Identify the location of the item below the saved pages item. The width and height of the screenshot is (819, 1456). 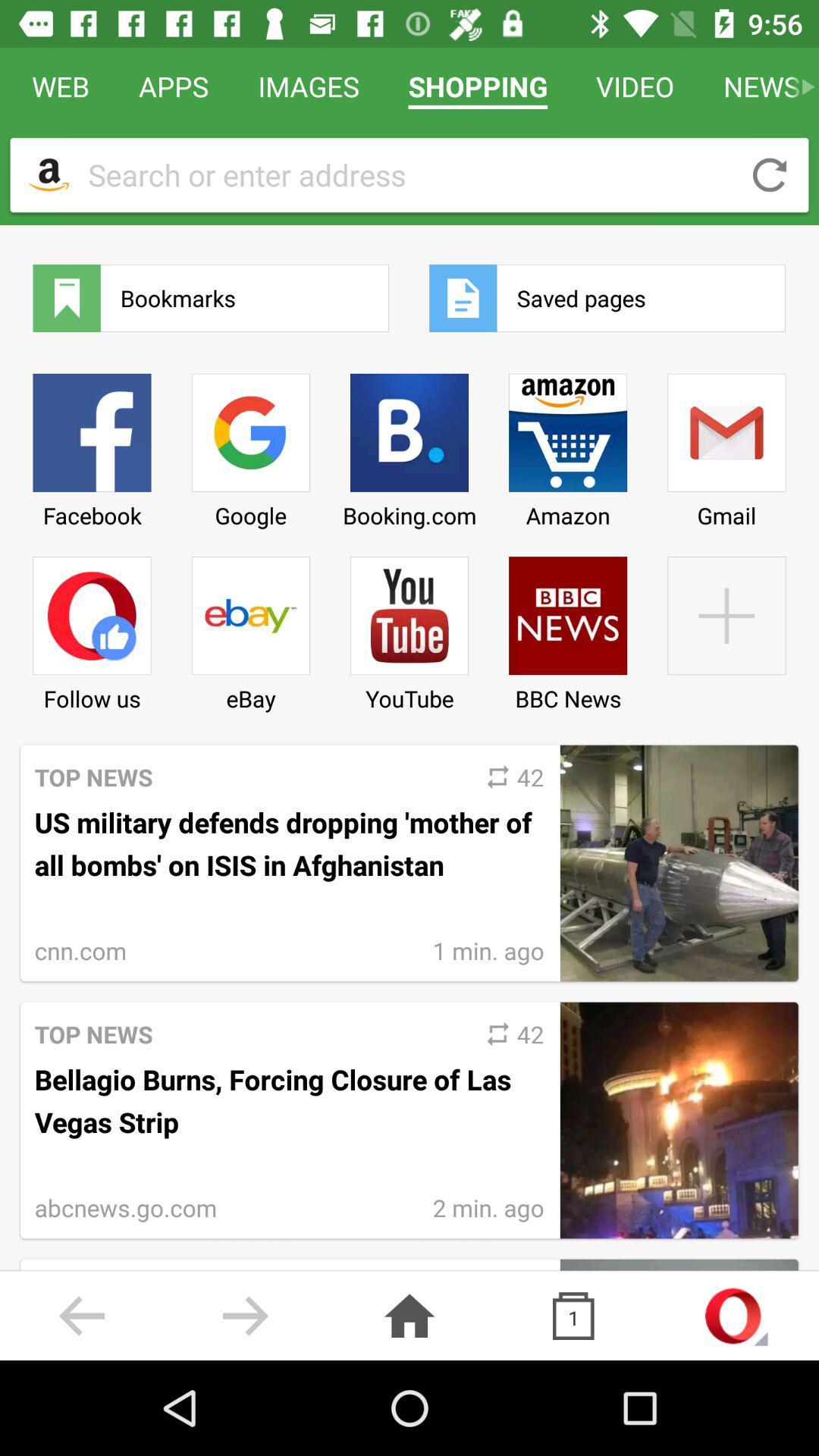
(726, 444).